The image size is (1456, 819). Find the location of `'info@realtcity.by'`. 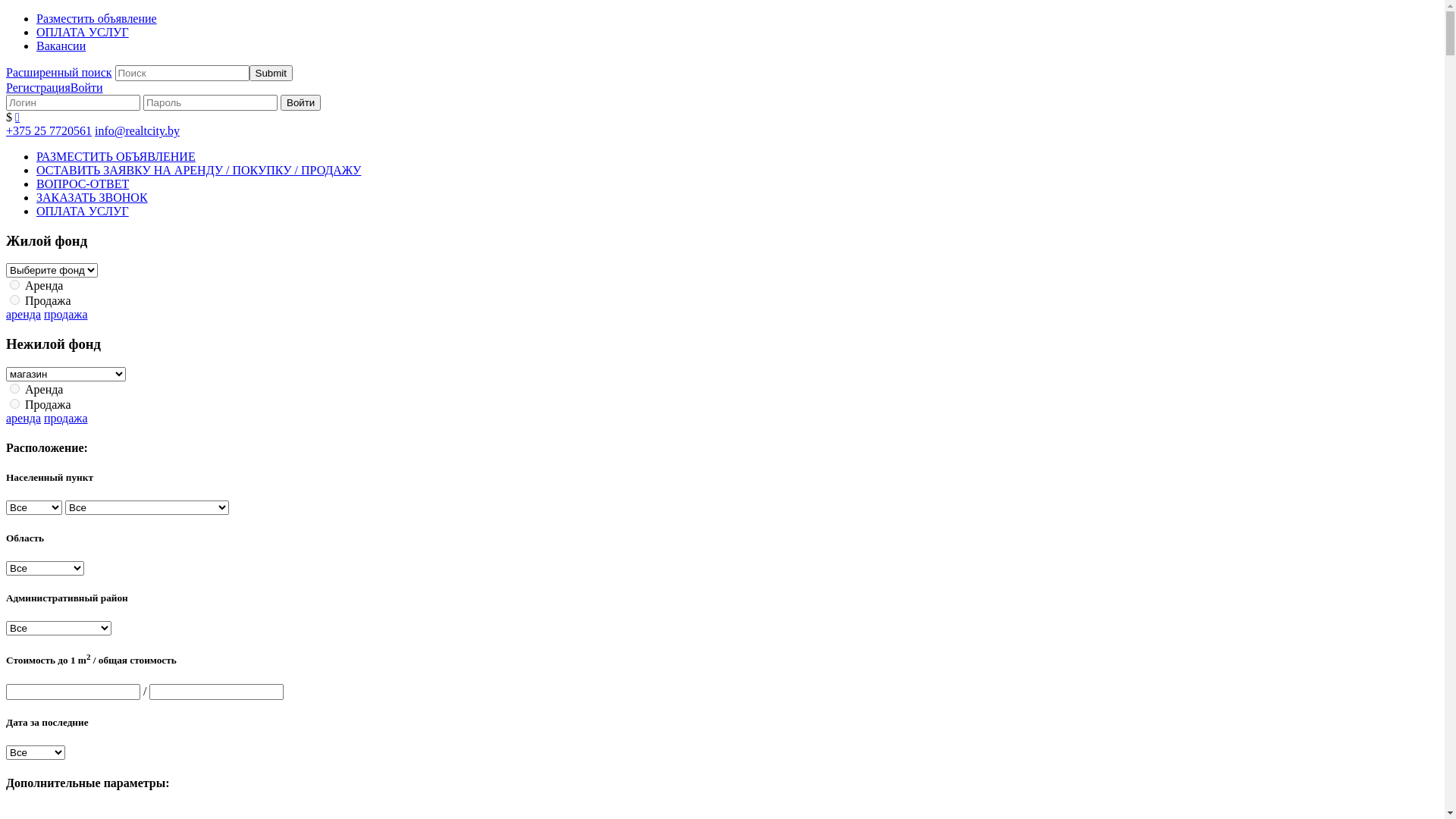

'info@realtcity.by' is located at coordinates (137, 130).